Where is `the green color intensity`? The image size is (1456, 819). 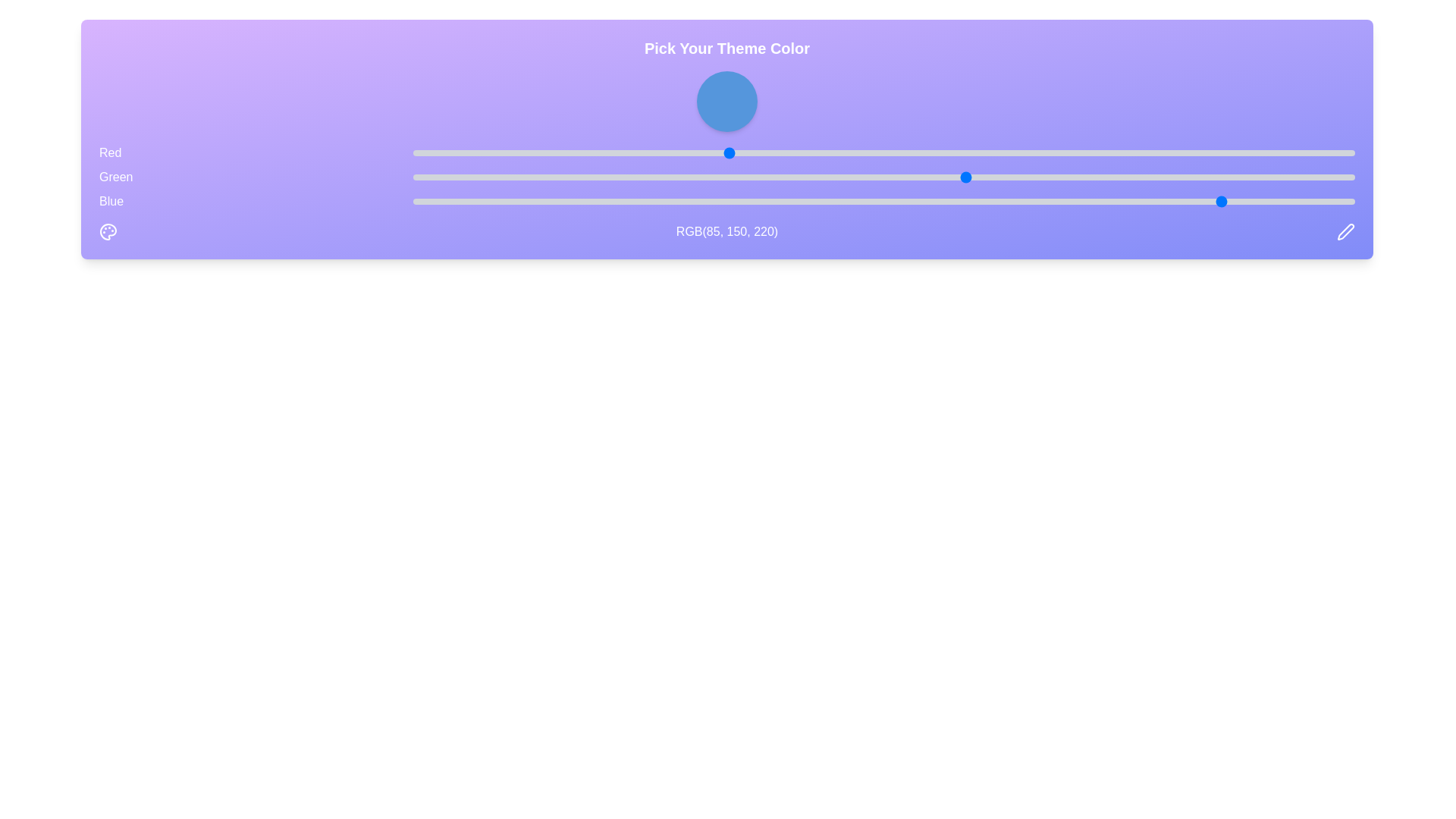
the green color intensity is located at coordinates (1103, 177).